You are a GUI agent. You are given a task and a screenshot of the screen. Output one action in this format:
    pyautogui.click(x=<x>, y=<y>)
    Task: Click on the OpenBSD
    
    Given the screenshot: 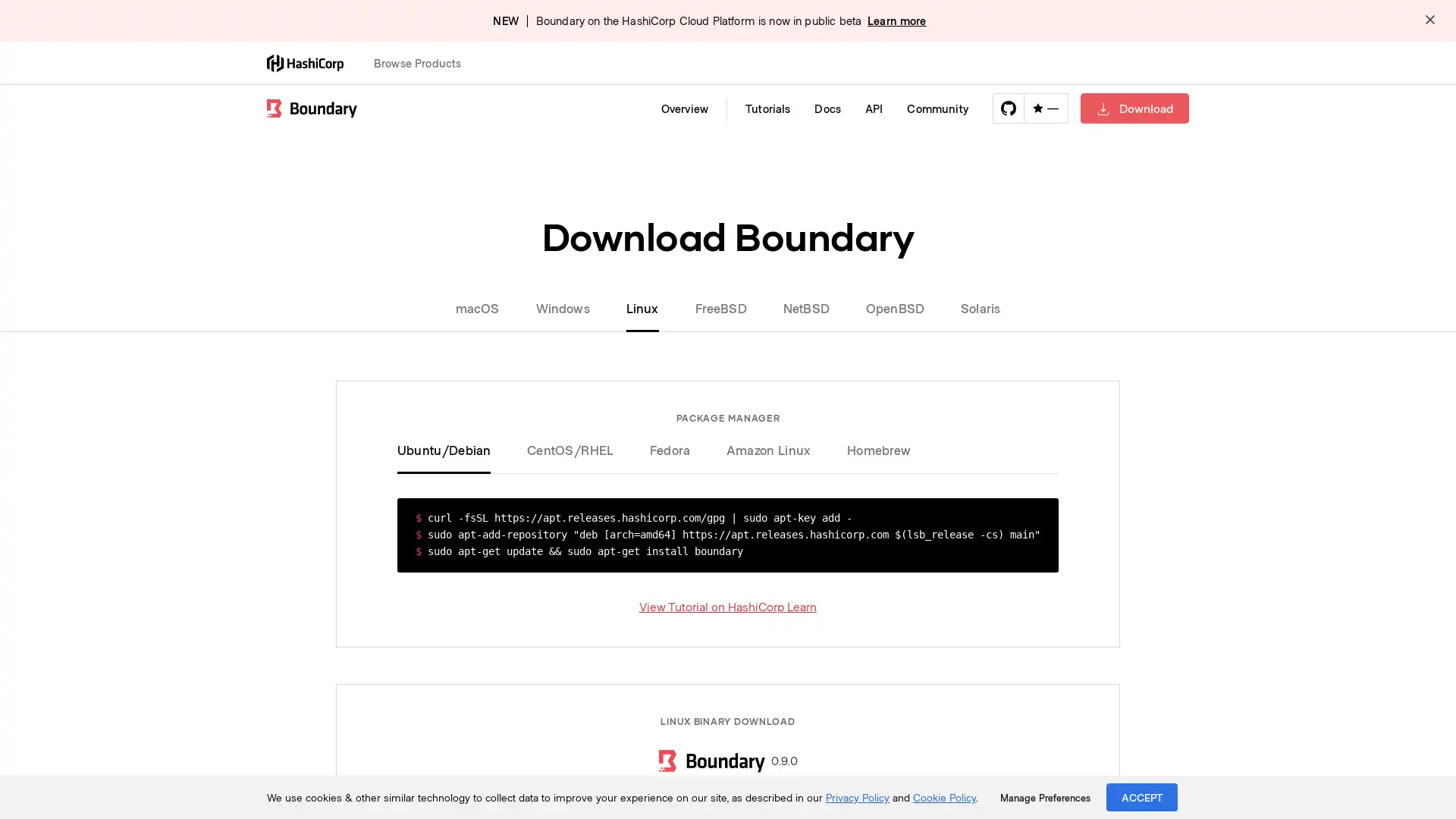 What is the action you would take?
    pyautogui.click(x=895, y=307)
    